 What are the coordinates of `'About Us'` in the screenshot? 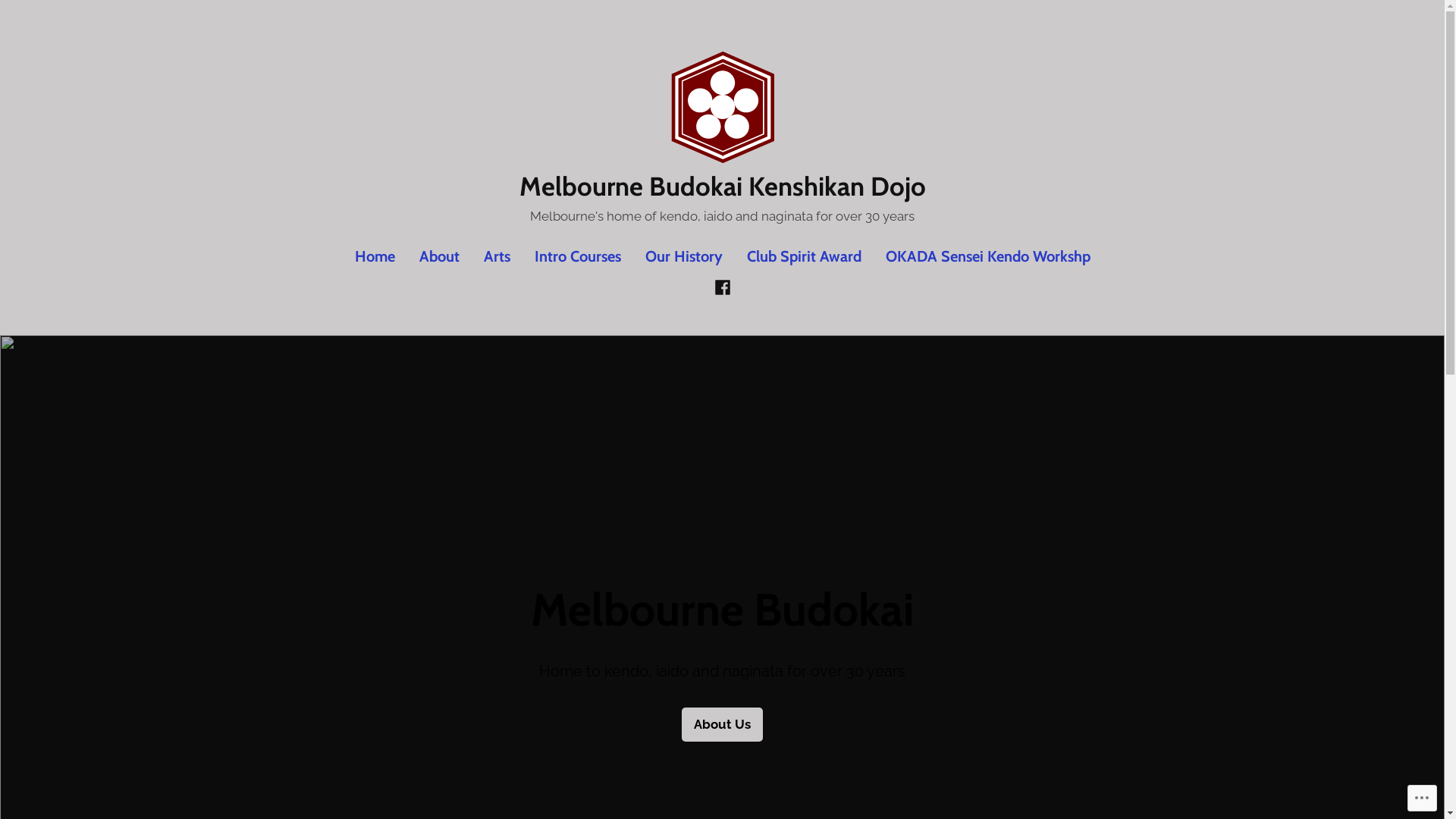 It's located at (721, 723).